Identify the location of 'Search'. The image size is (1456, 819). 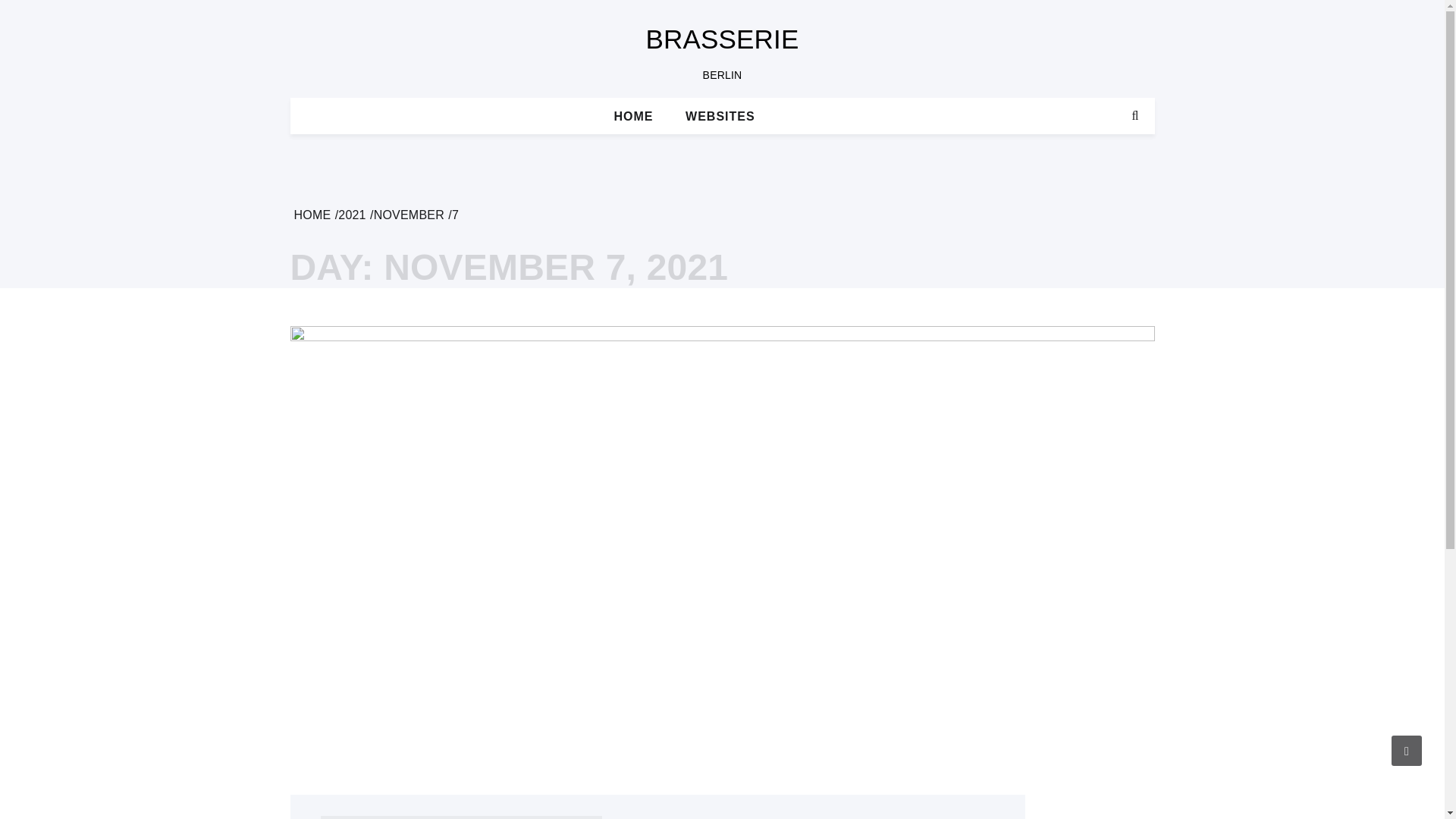
(1134, 115).